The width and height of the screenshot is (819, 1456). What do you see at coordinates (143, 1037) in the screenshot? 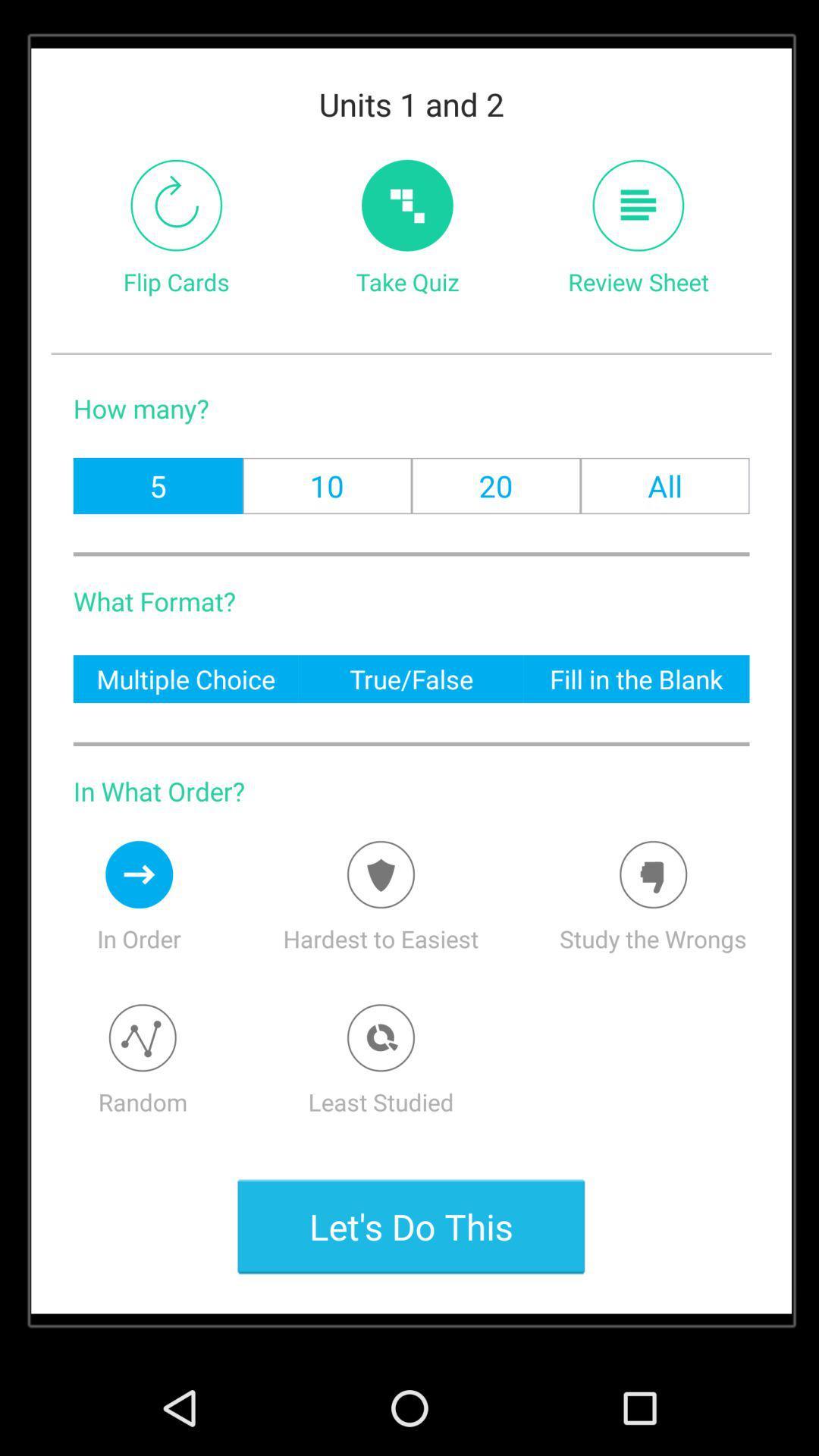
I see `sort by random` at bounding box center [143, 1037].